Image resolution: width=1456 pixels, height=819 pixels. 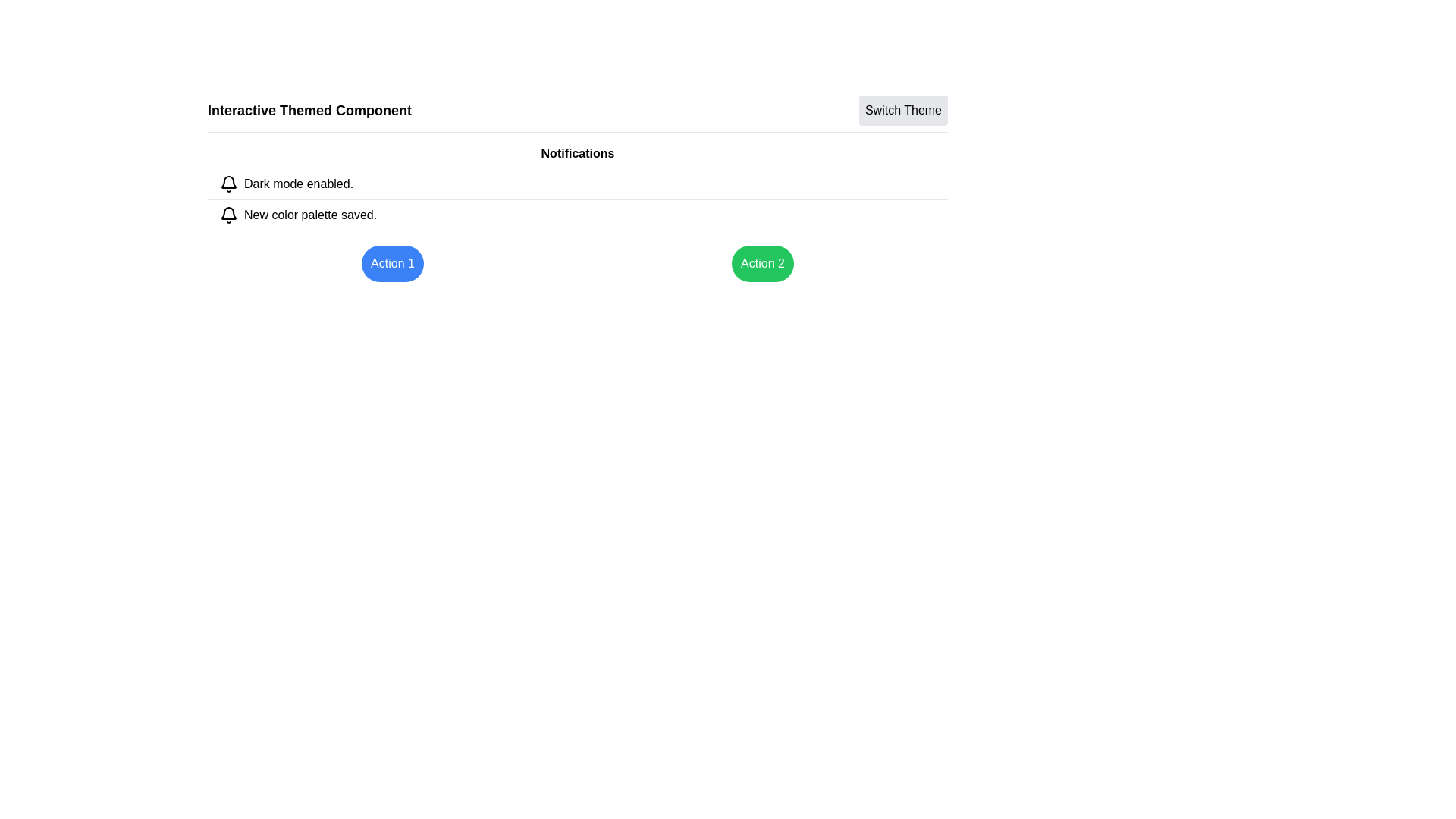 What do you see at coordinates (763, 262) in the screenshot?
I see `the rounded green button labeled 'Action 2'` at bounding box center [763, 262].